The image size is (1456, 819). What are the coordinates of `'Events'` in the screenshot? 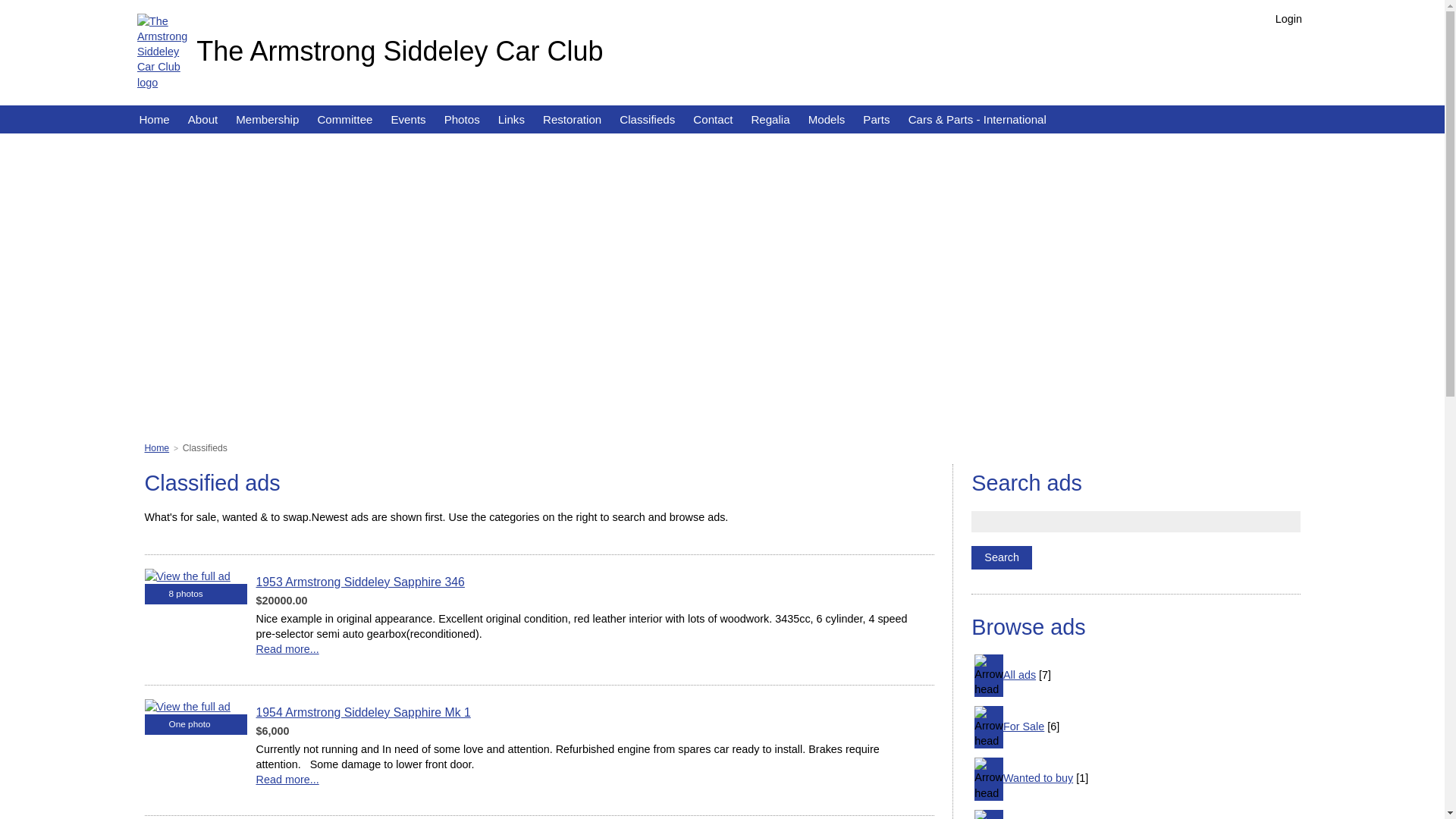 It's located at (381, 119).